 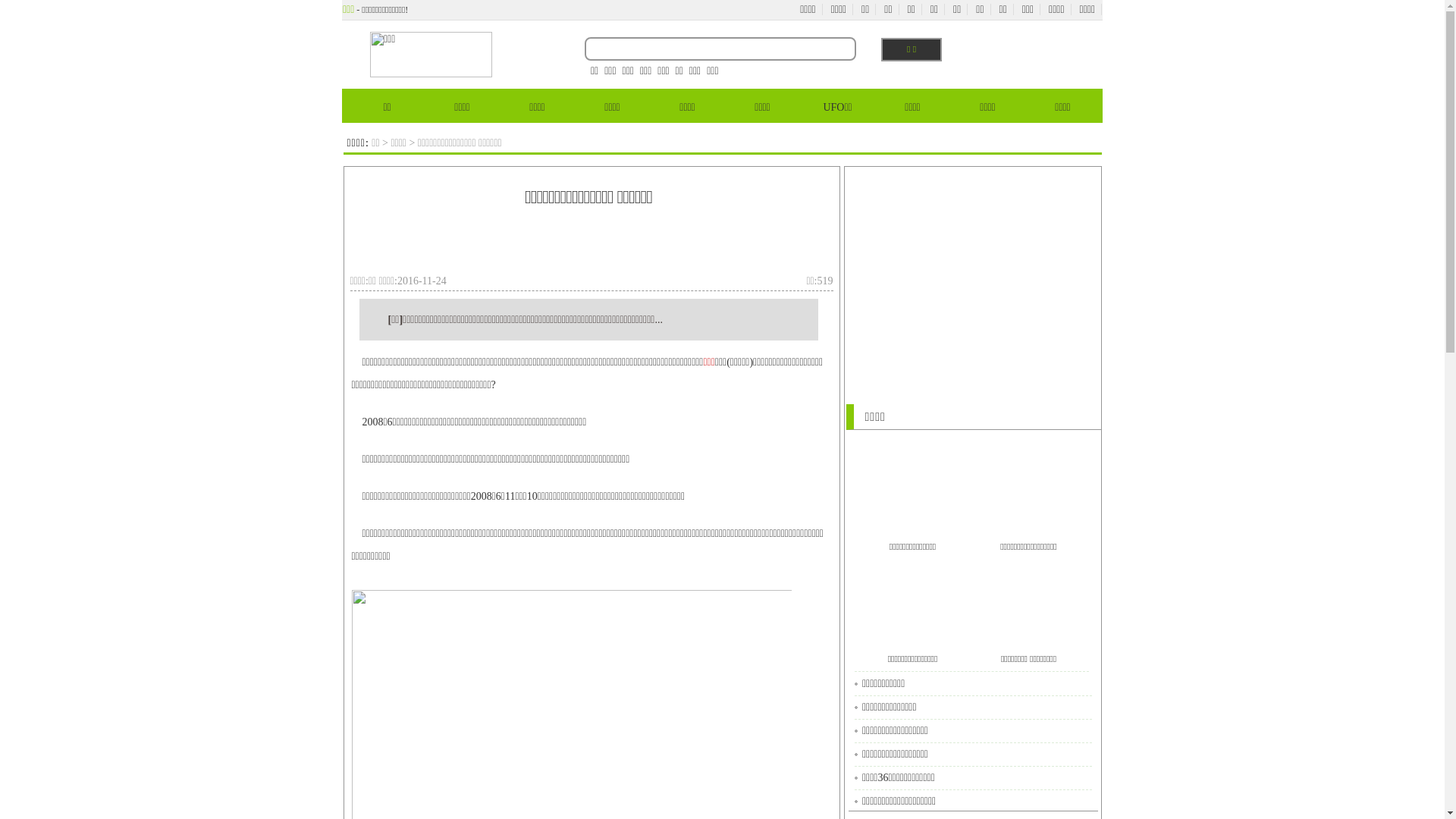 What do you see at coordinates (971, 275) in the screenshot?
I see `'Advertisement'` at bounding box center [971, 275].